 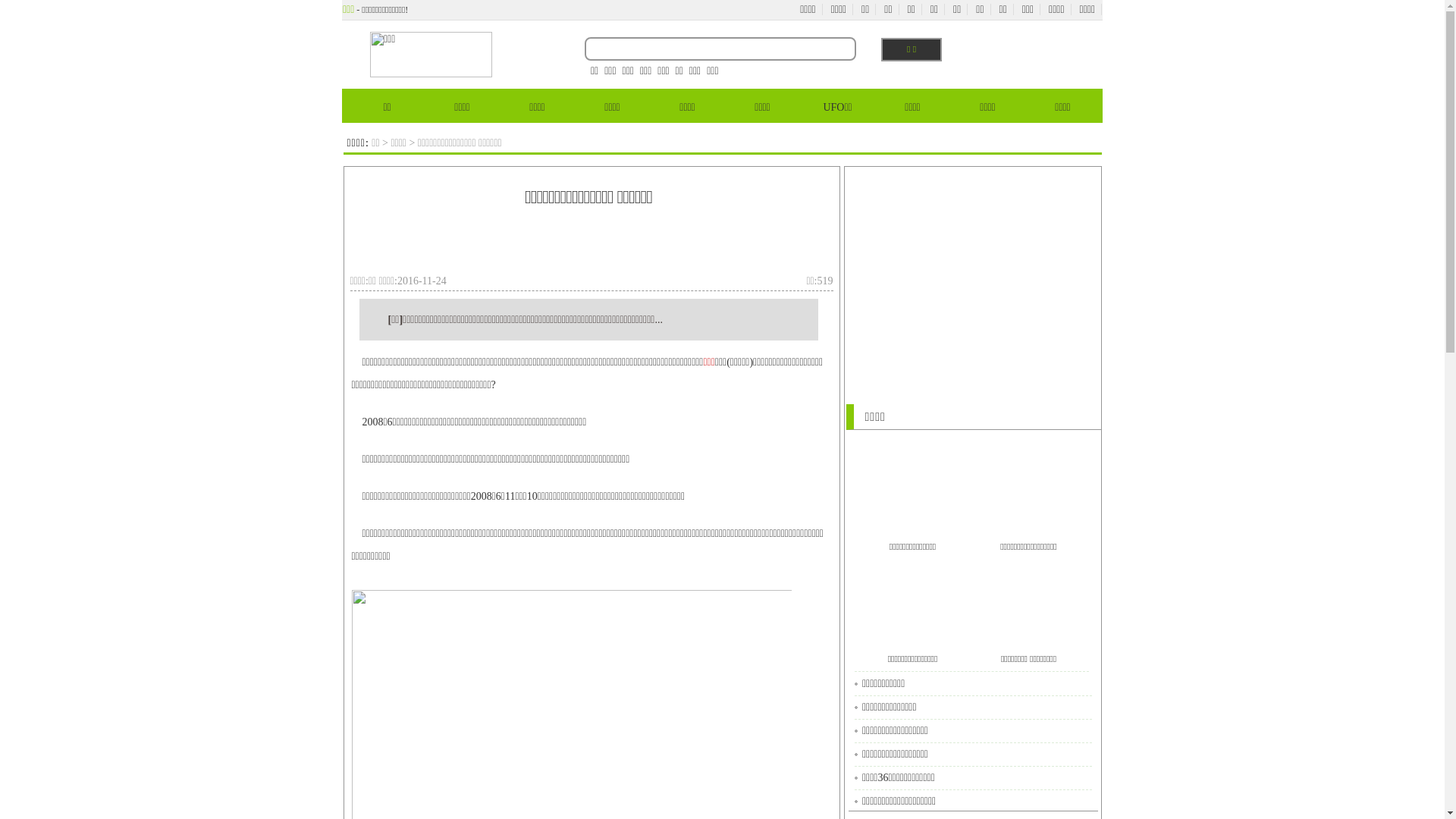 What do you see at coordinates (971, 275) in the screenshot?
I see `'Advertisement'` at bounding box center [971, 275].